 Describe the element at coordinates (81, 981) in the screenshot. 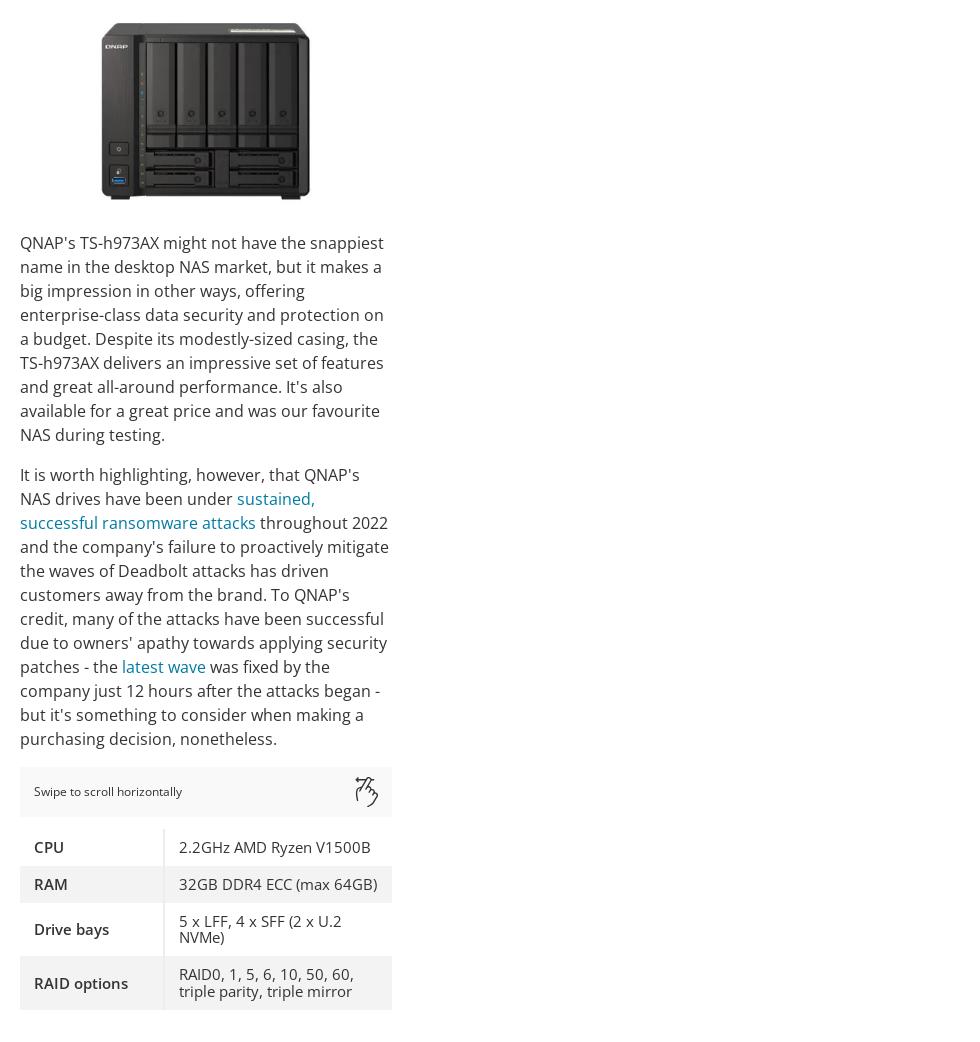

I see `'RAID options'` at that location.